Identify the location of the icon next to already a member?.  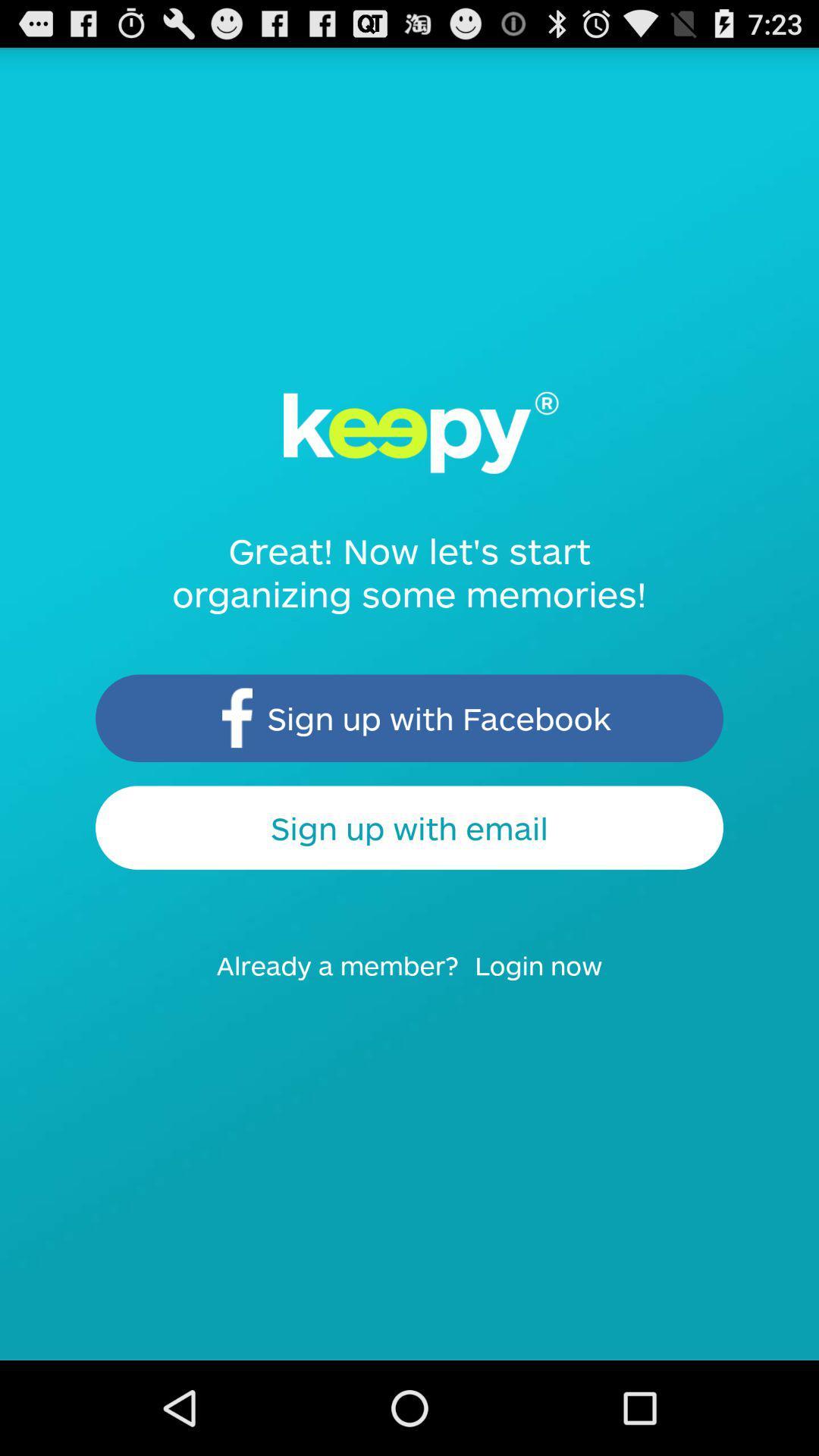
(548, 980).